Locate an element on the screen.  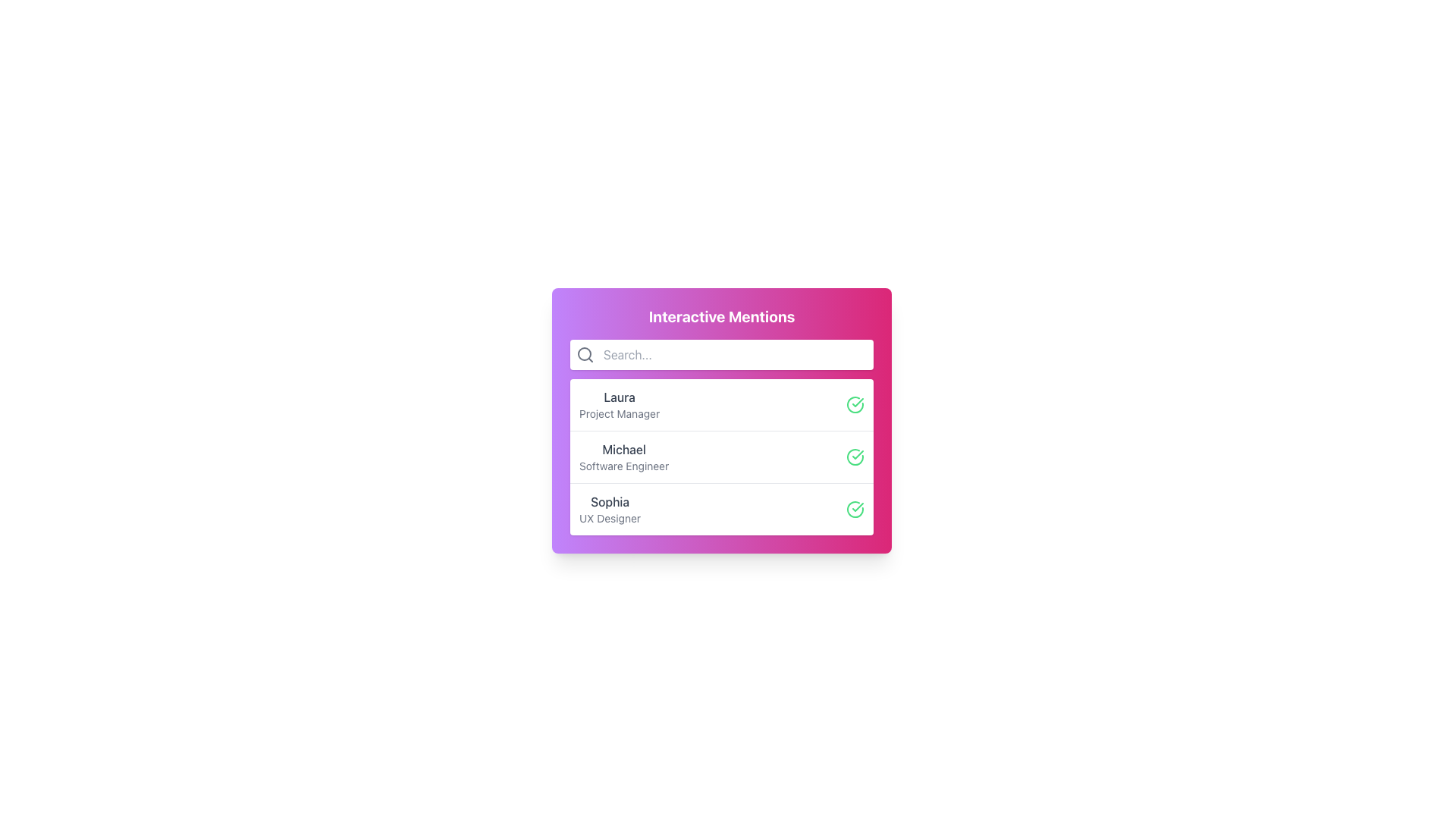
to select the user profile listed as the first item in the vertical list beneath the search bar is located at coordinates (720, 403).